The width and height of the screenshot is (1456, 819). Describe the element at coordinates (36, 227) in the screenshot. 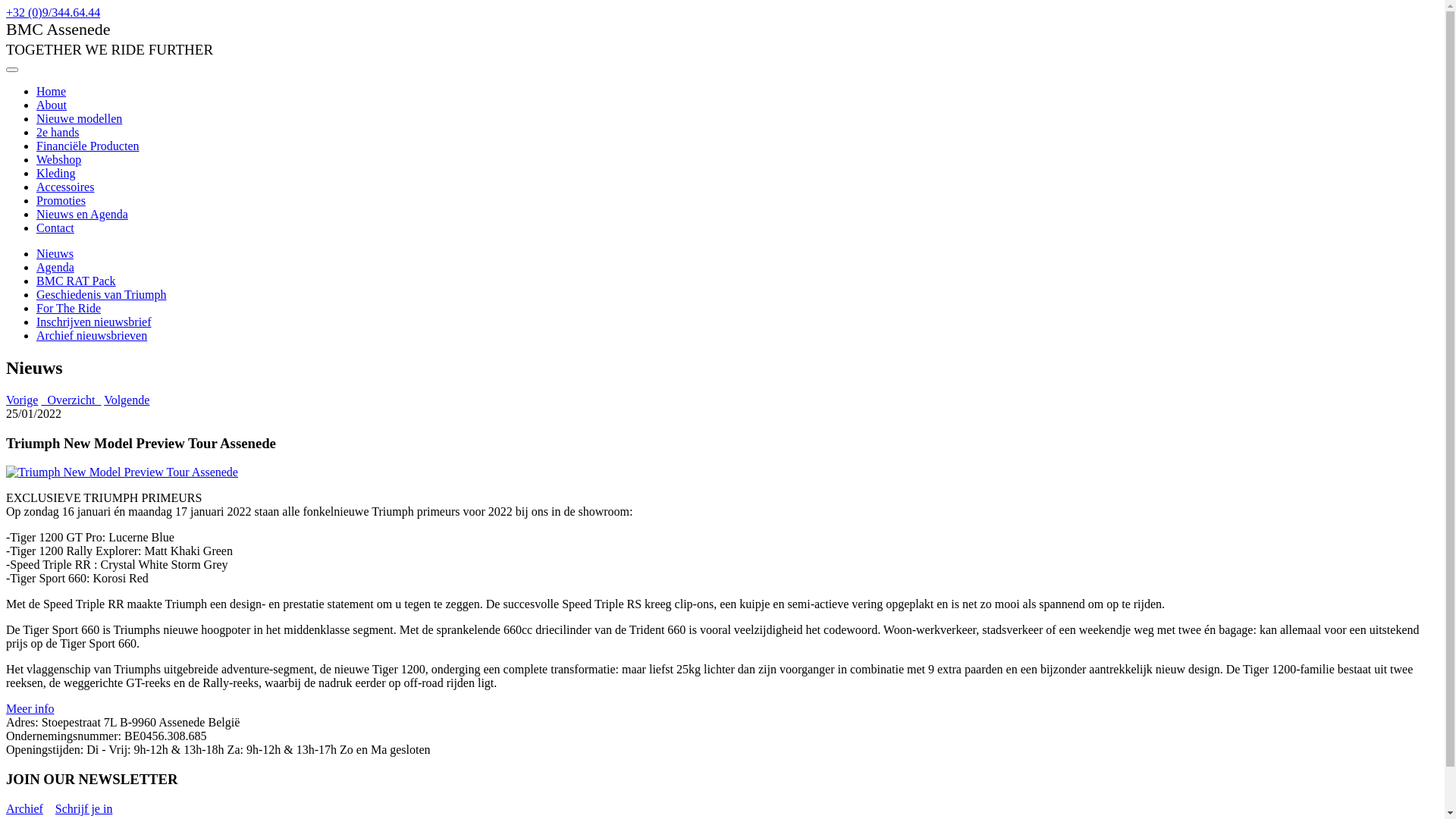

I see `'Contact'` at that location.